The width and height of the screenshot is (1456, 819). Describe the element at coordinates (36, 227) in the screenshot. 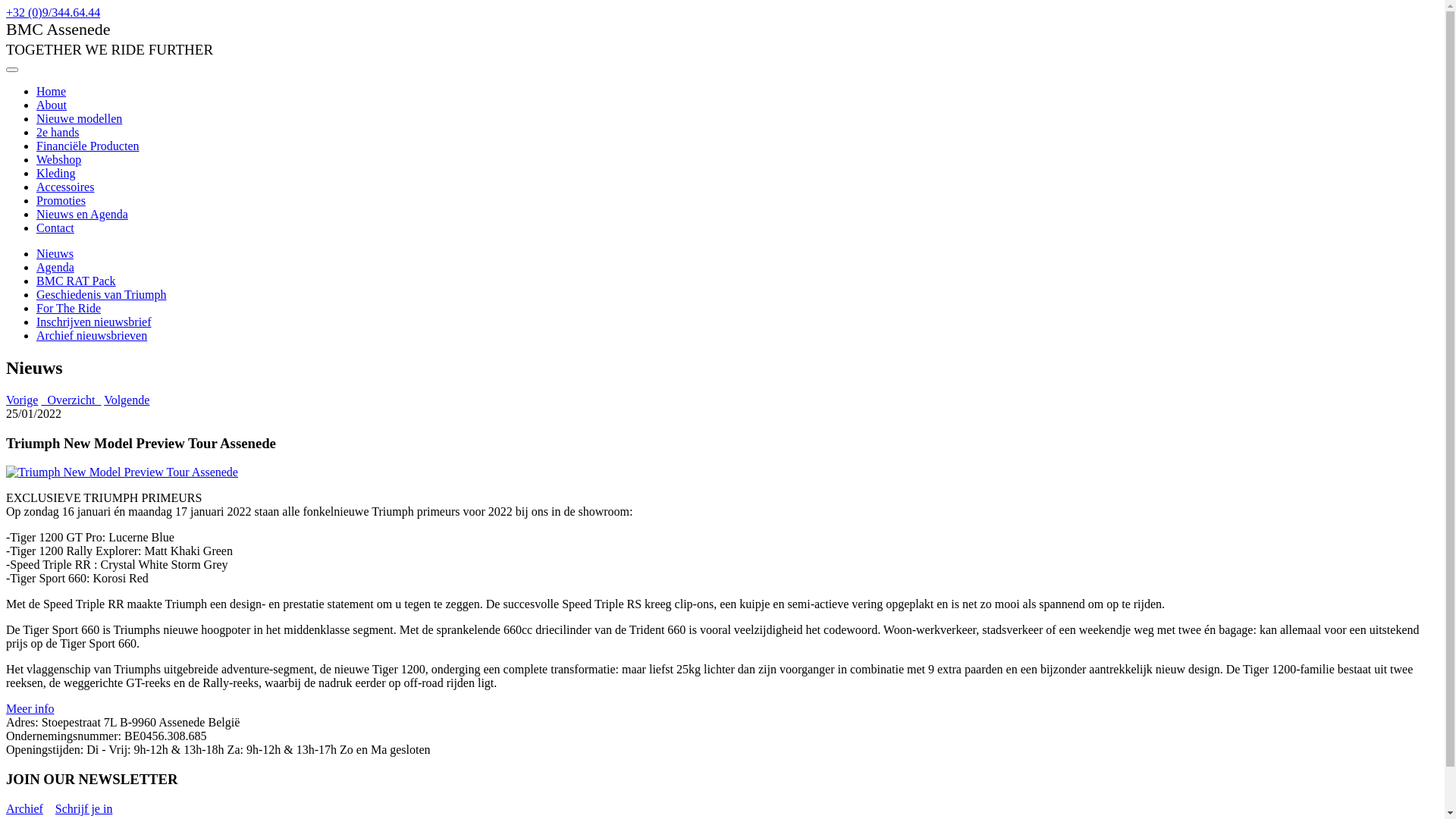

I see `'Contact'` at that location.